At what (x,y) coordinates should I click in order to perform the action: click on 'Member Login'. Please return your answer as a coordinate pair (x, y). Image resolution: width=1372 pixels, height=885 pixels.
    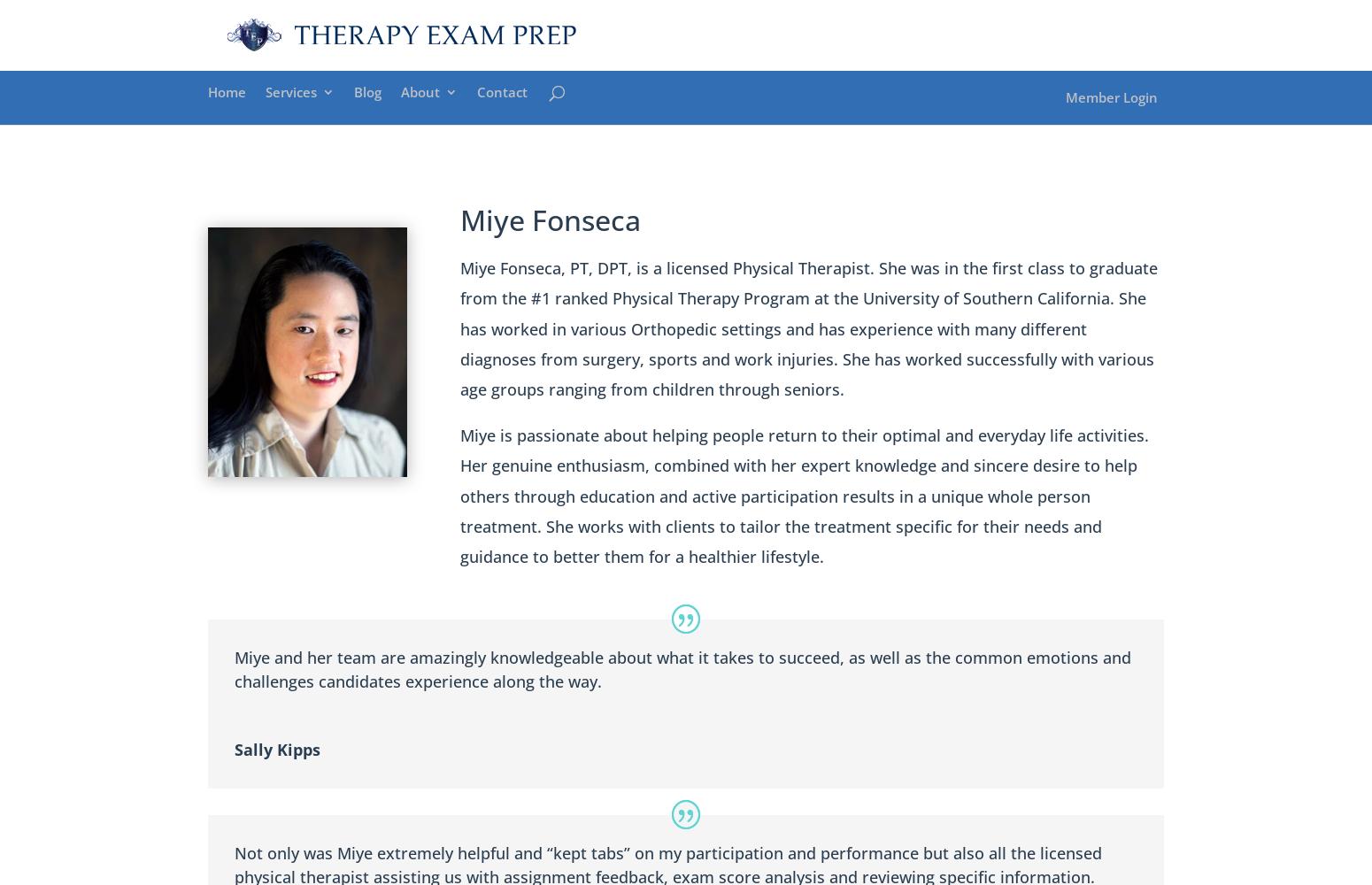
    Looking at the image, I should click on (1110, 96).